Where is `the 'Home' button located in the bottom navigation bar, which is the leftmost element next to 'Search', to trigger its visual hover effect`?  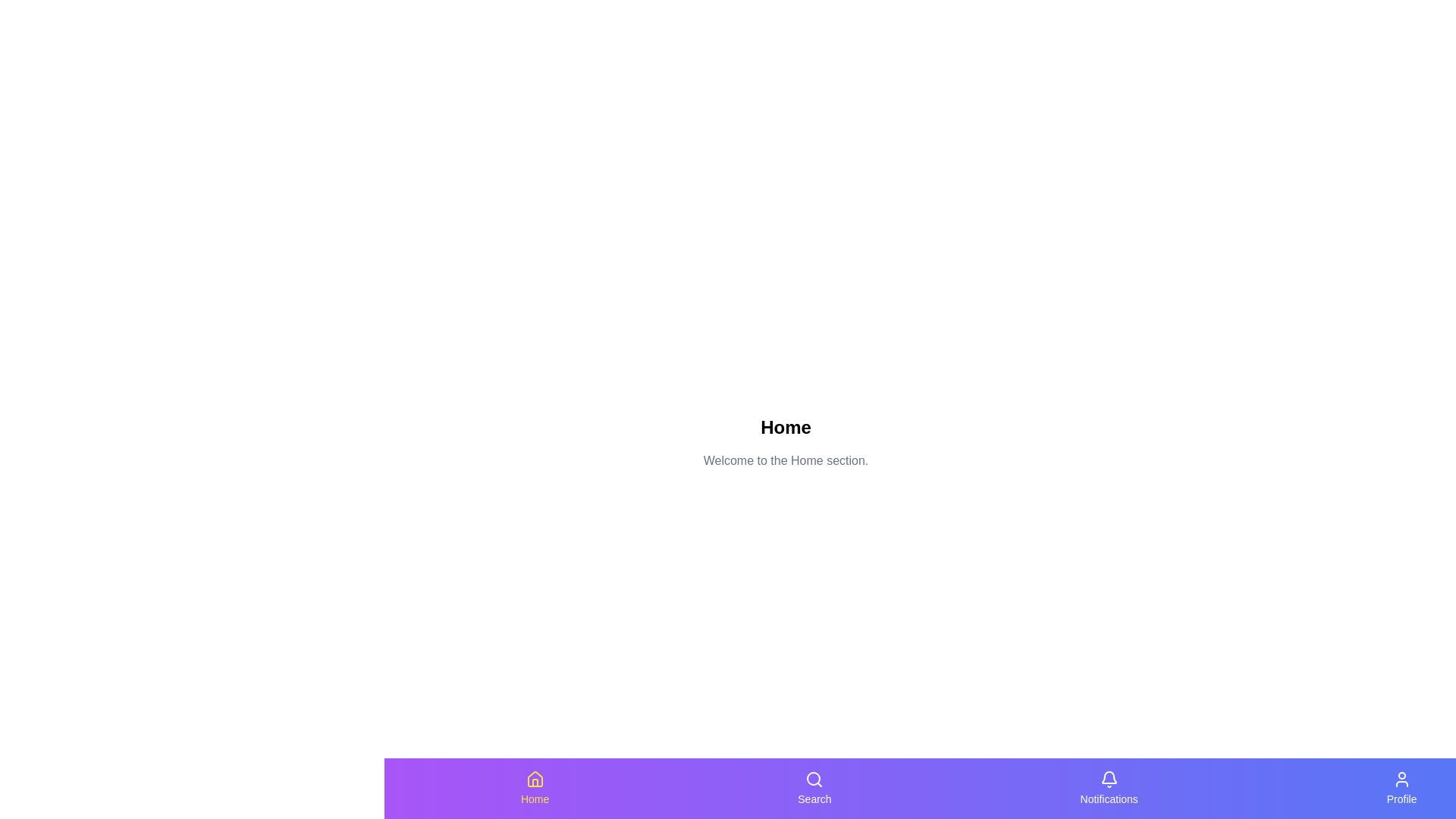
the 'Home' button located in the bottom navigation bar, which is the leftmost element next to 'Search', to trigger its visual hover effect is located at coordinates (535, 788).